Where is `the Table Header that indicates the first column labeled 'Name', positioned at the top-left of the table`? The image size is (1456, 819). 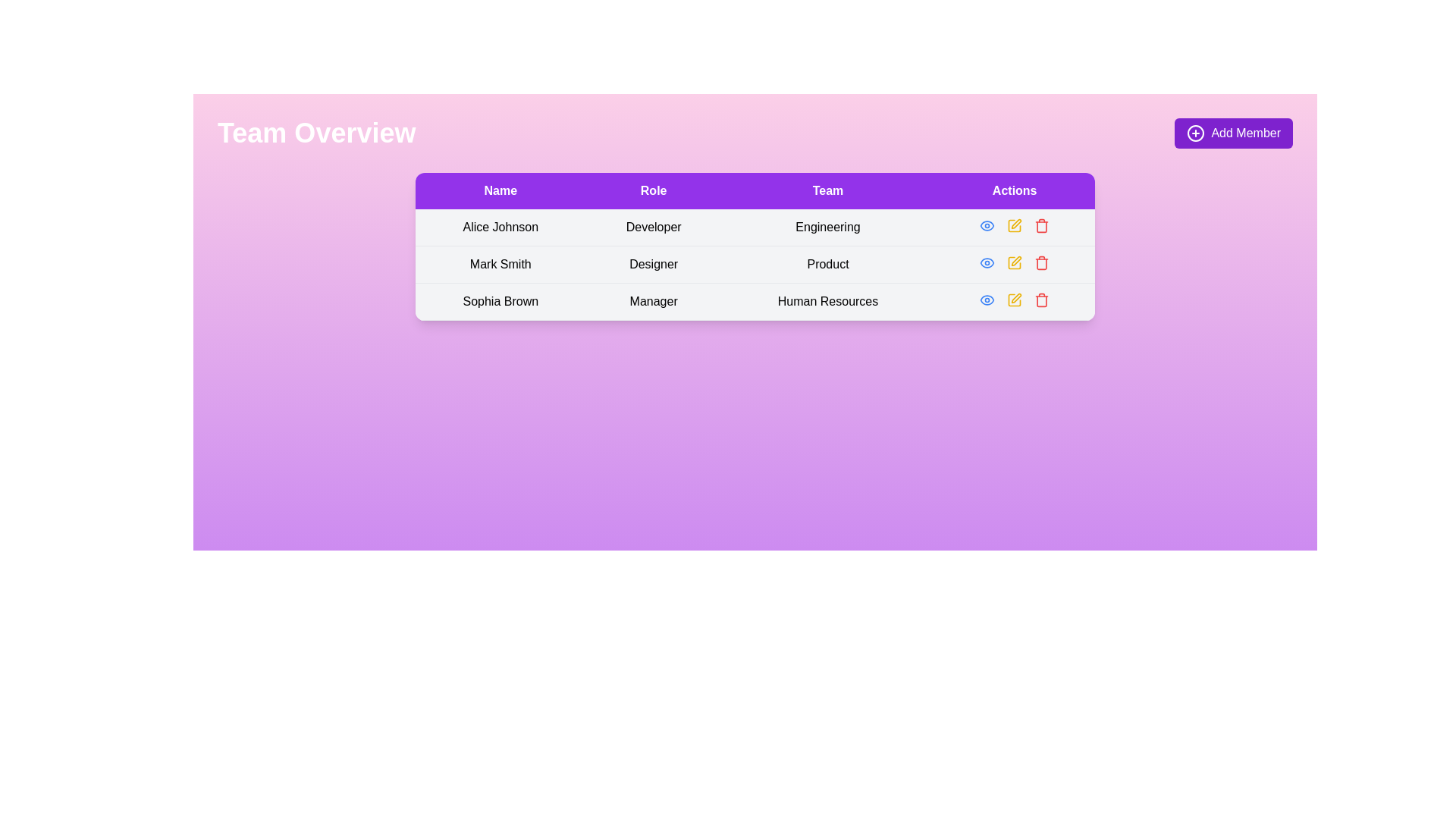 the Table Header that indicates the first column labeled 'Name', positioned at the top-left of the table is located at coordinates (500, 190).